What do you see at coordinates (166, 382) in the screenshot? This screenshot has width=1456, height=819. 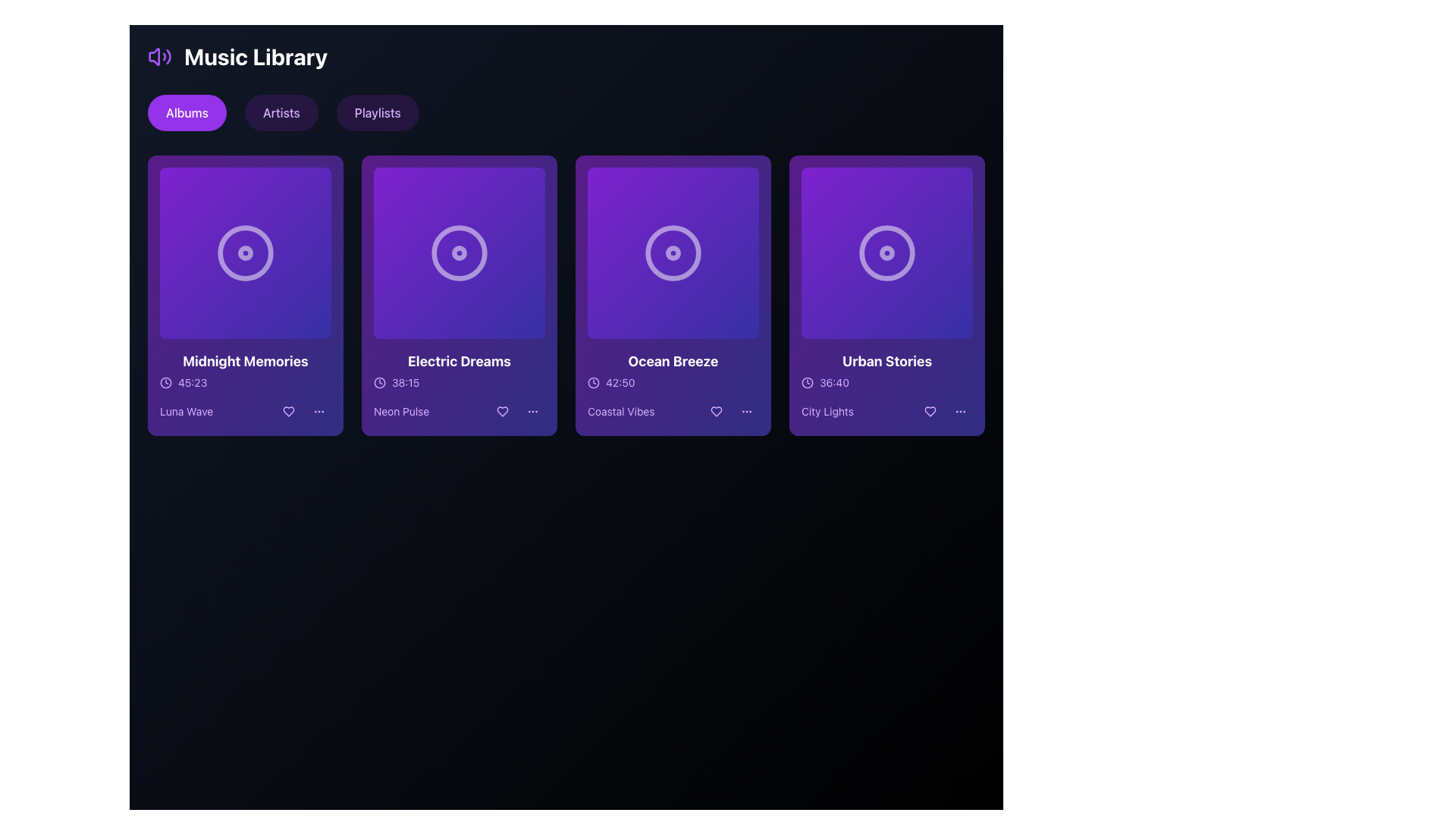 I see `the circular graphic icon that serves as a time or duration indicator, located centrally within the leftmost card of the four cards under the 'Albums' section` at bounding box center [166, 382].